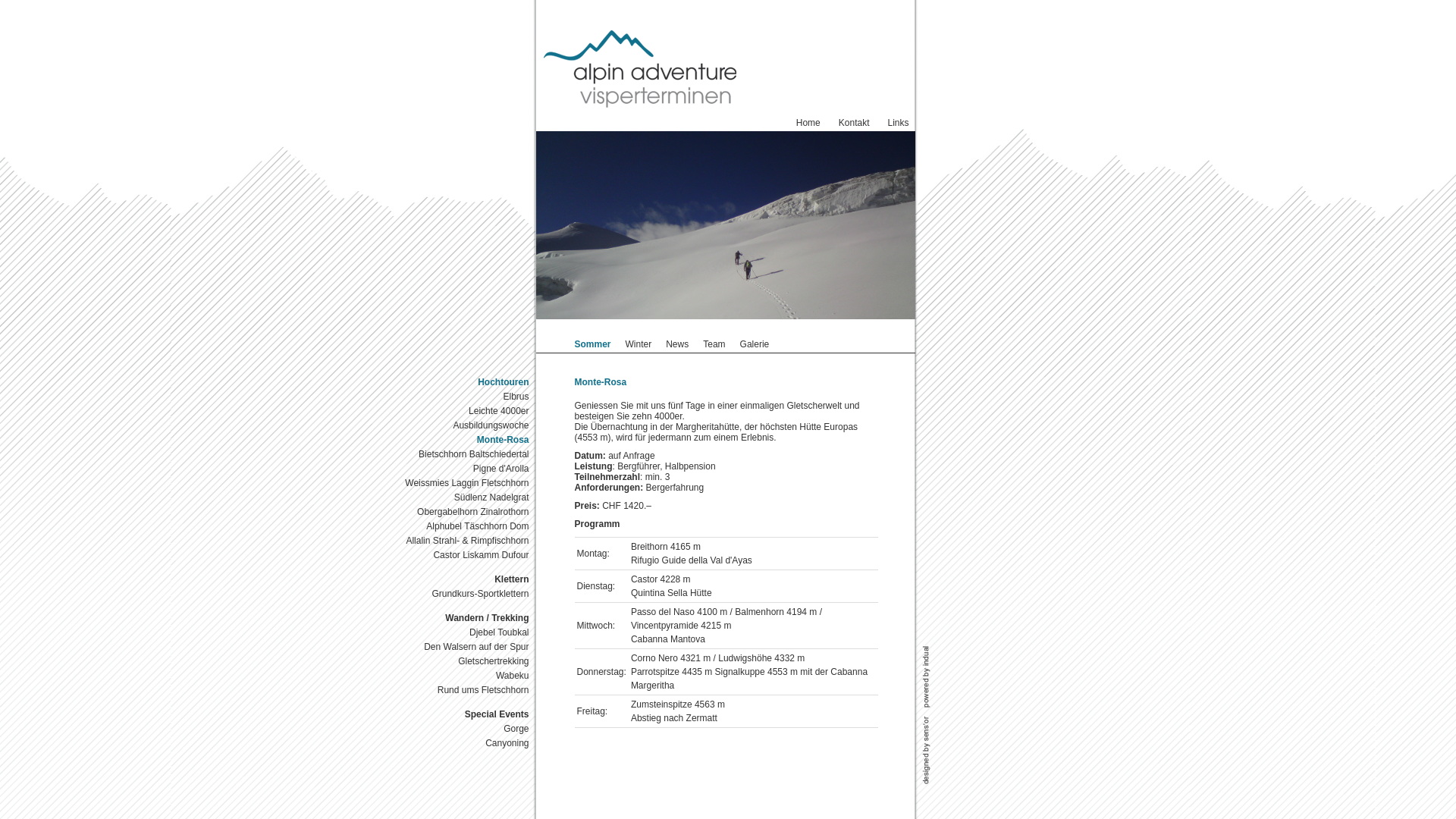  I want to click on 'Bietschhorn Baltschiedertal', so click(462, 453).